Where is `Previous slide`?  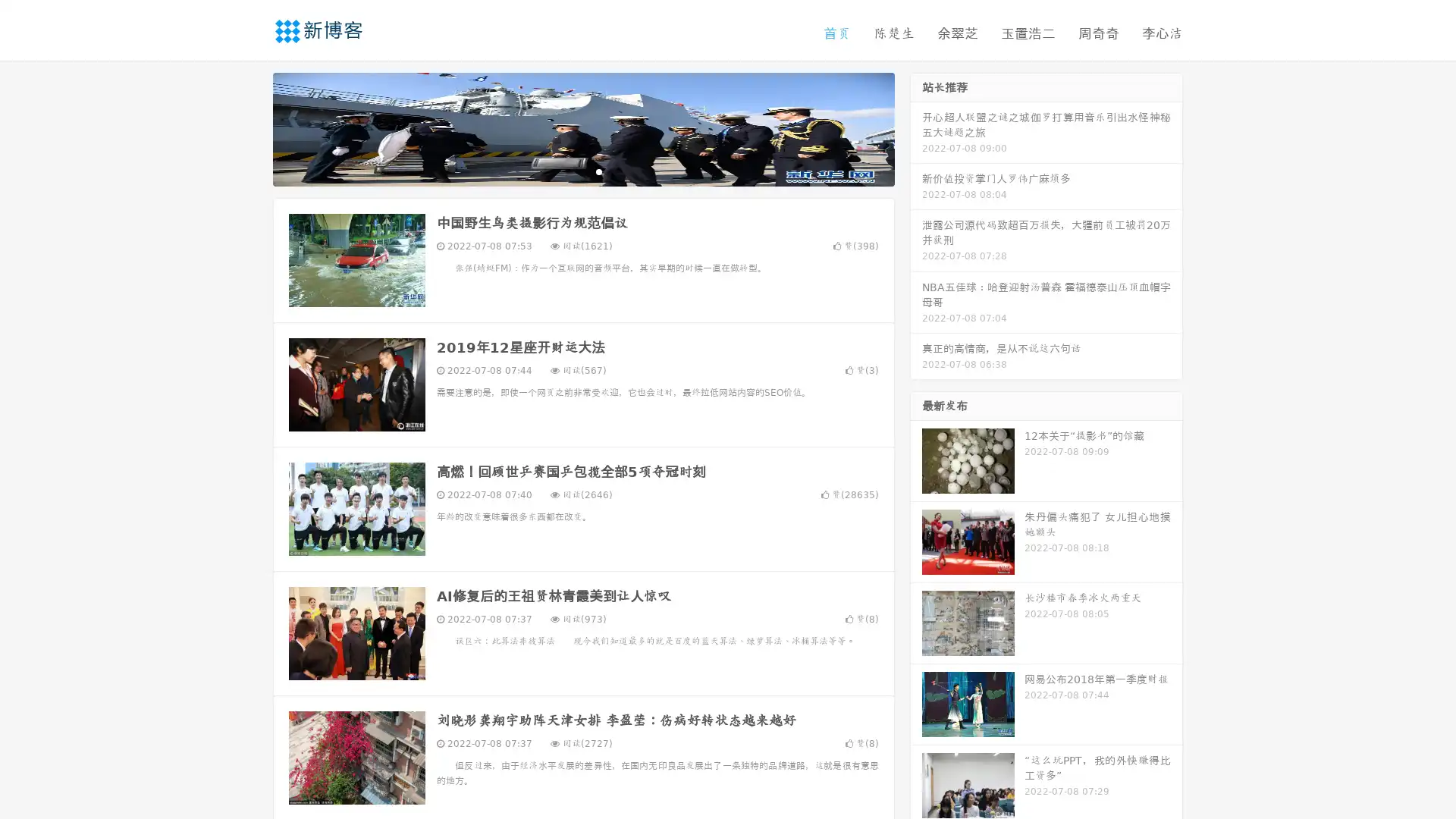
Previous slide is located at coordinates (250, 127).